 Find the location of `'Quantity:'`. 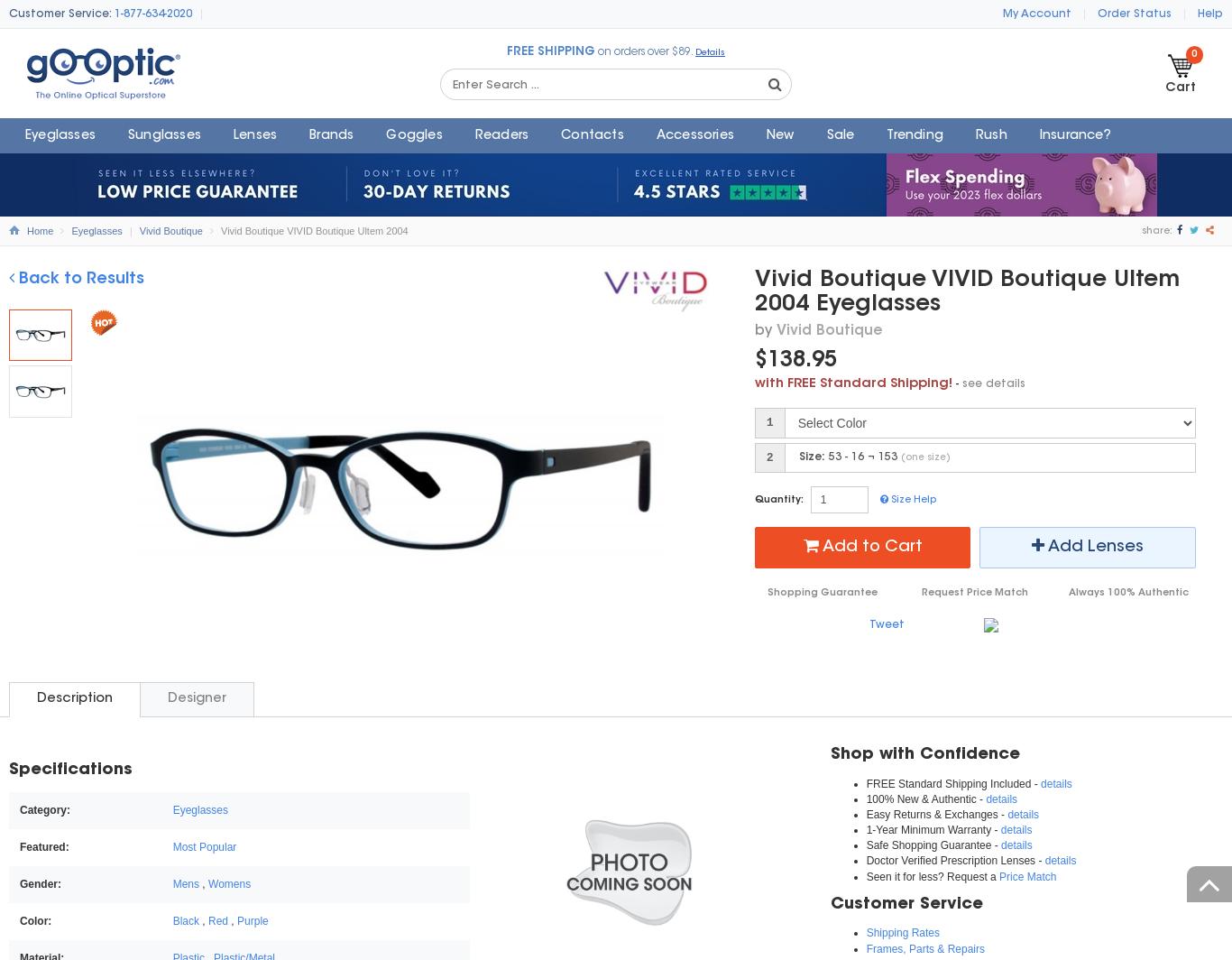

'Quantity:' is located at coordinates (752, 499).